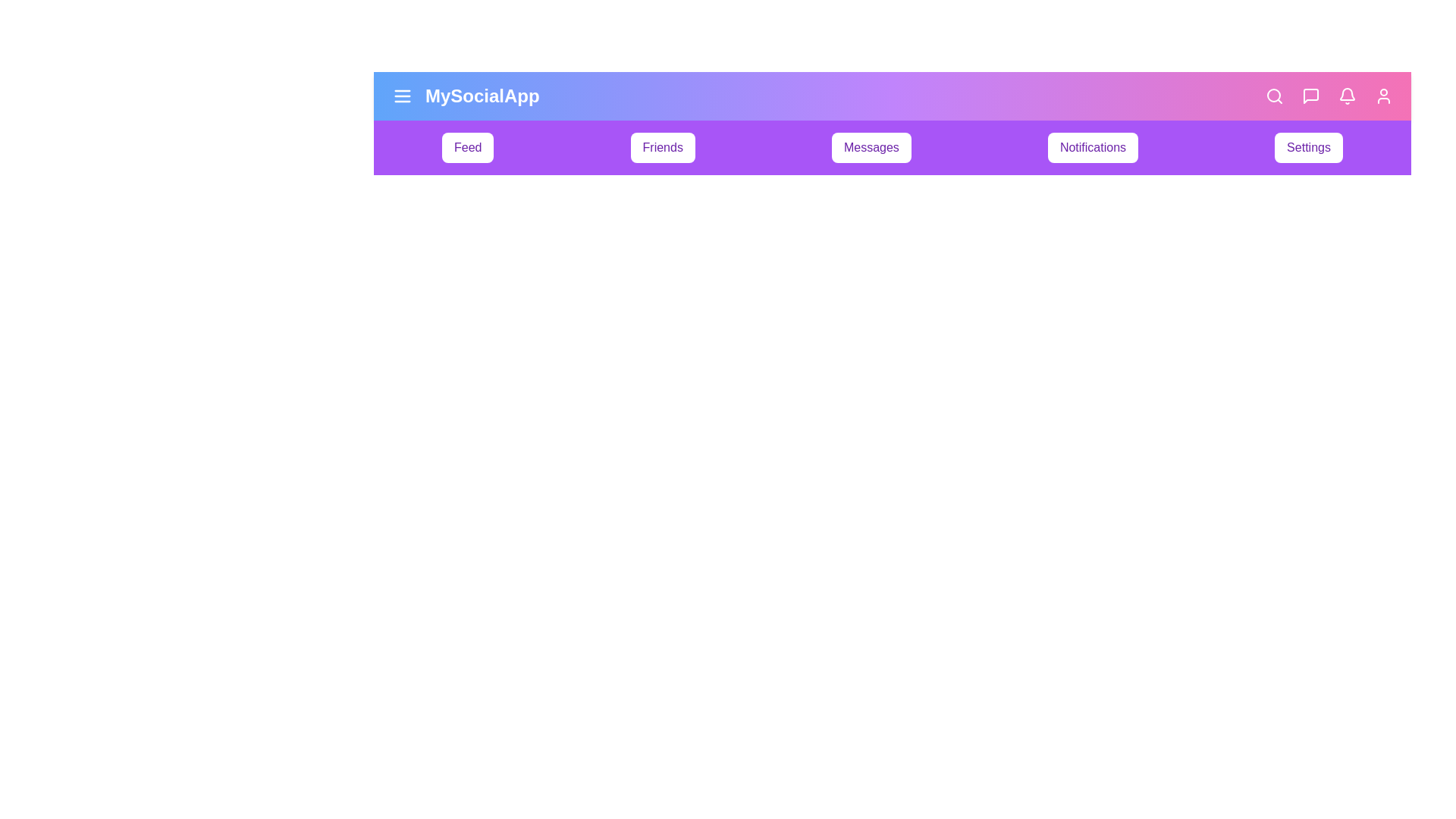 The height and width of the screenshot is (819, 1456). I want to click on the notifications navigation icon, so click(1347, 96).